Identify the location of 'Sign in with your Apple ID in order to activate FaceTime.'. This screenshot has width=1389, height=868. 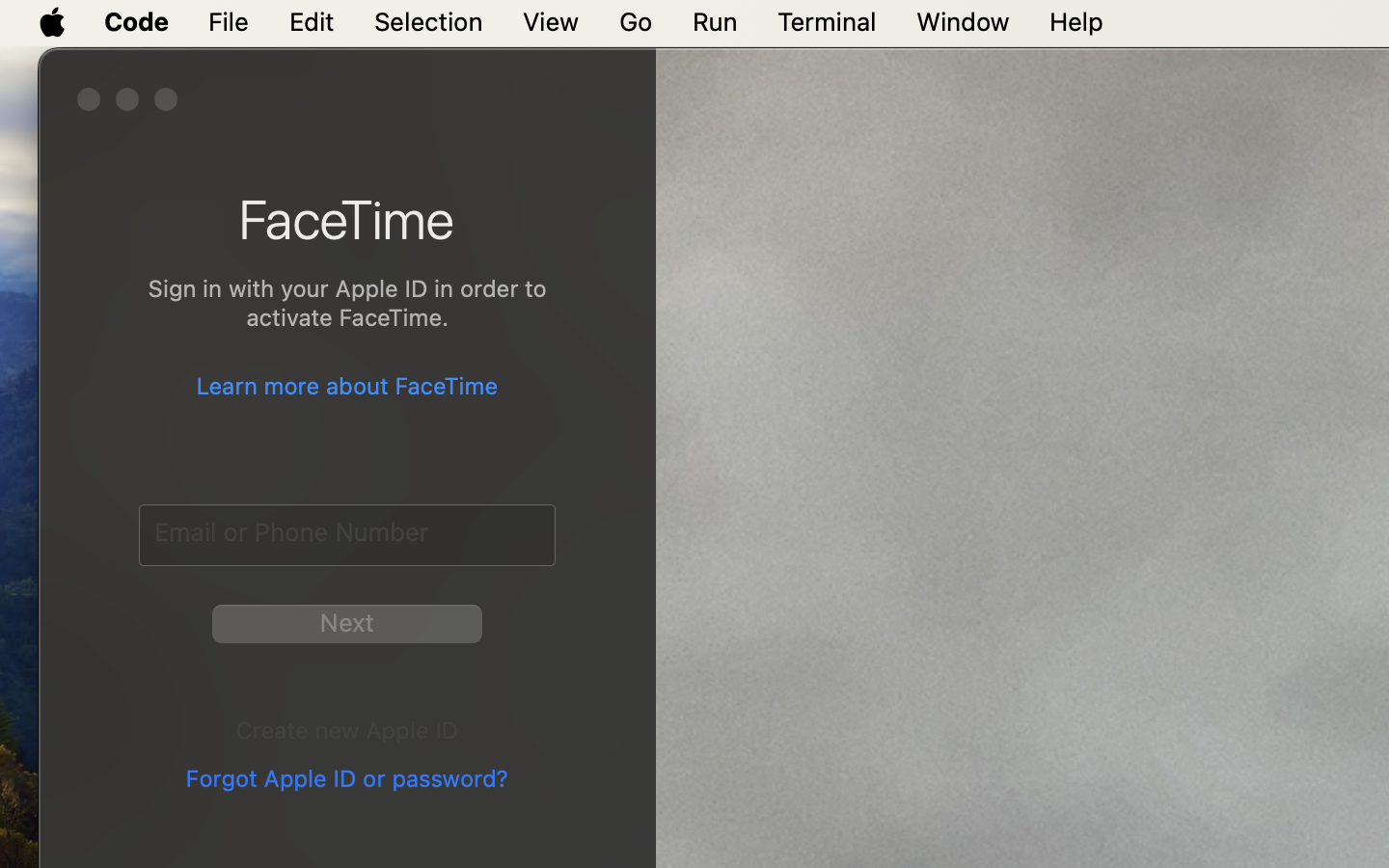
(347, 305).